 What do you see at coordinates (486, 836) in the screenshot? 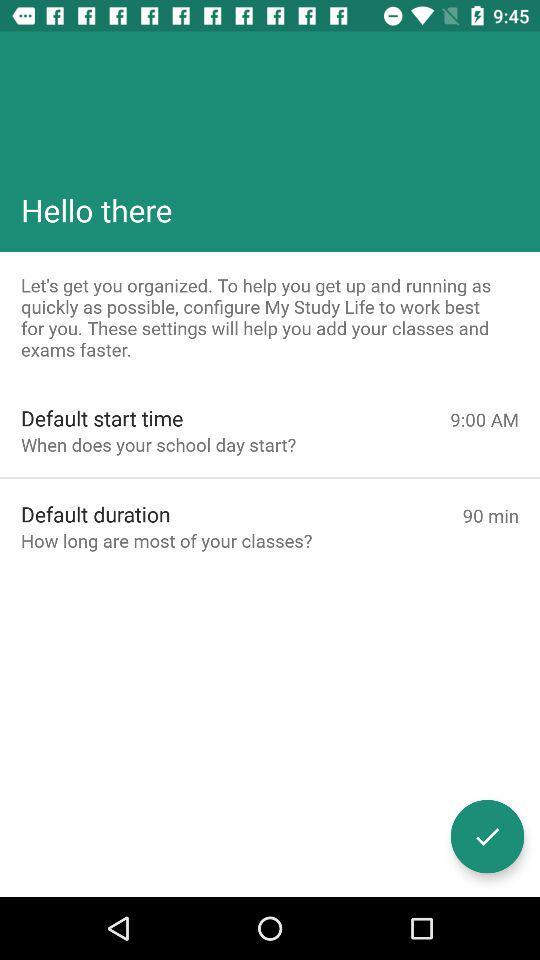
I see `approves for processing` at bounding box center [486, 836].